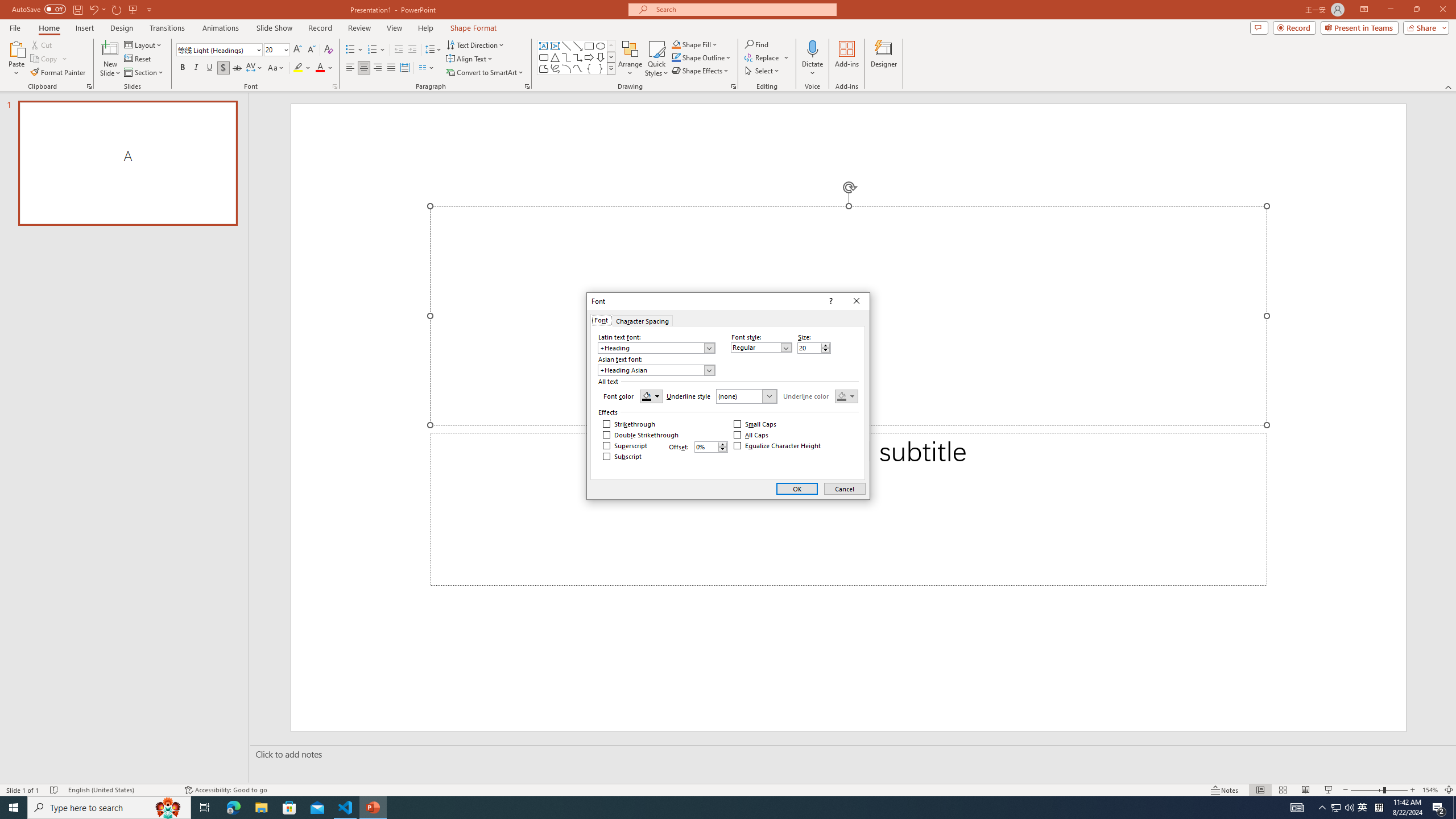 The height and width of the screenshot is (819, 1456). I want to click on 'Show desktop', so click(1454, 806).